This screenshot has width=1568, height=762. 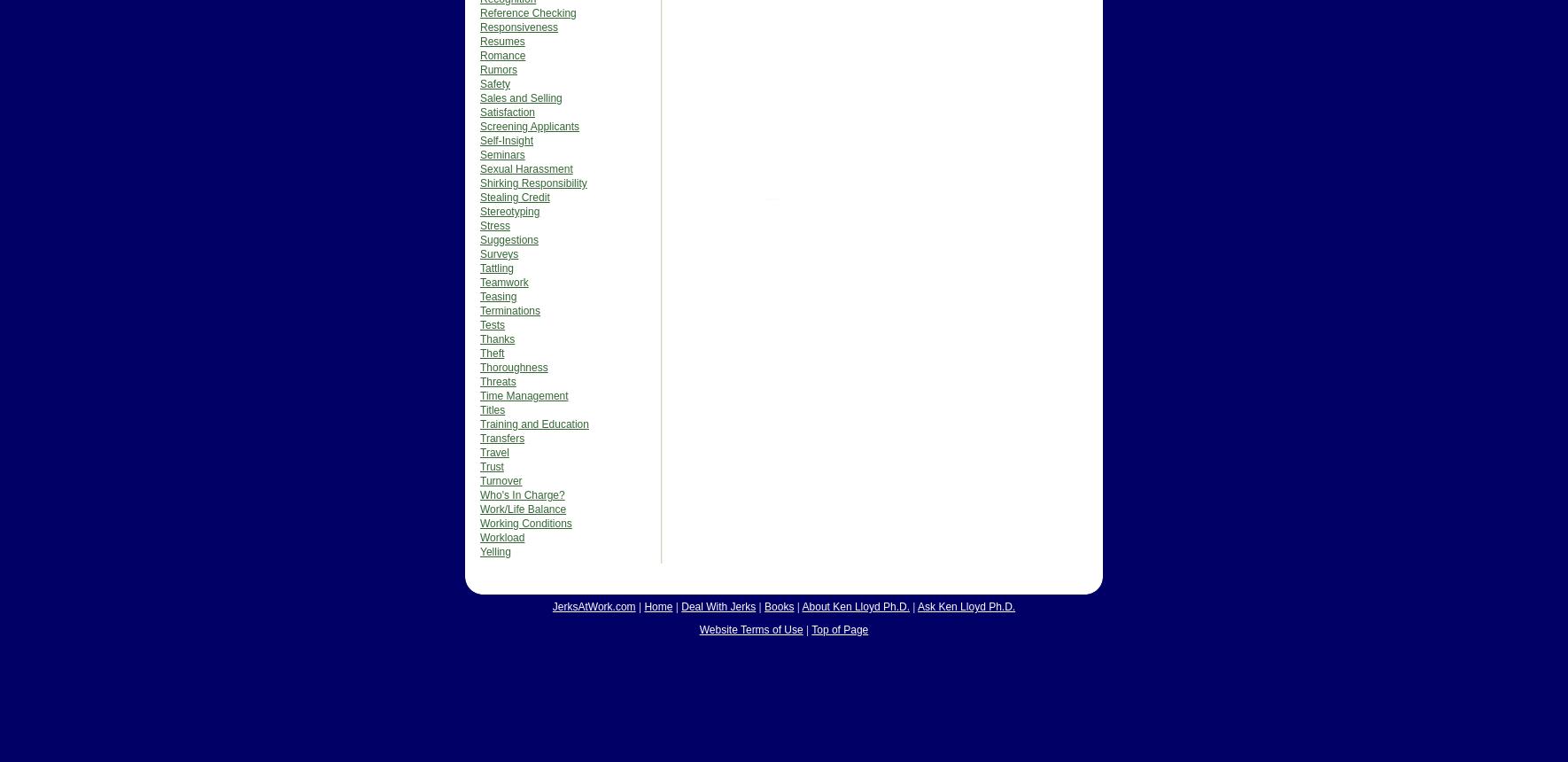 What do you see at coordinates (479, 168) in the screenshot?
I see `'Sexual Harassment'` at bounding box center [479, 168].